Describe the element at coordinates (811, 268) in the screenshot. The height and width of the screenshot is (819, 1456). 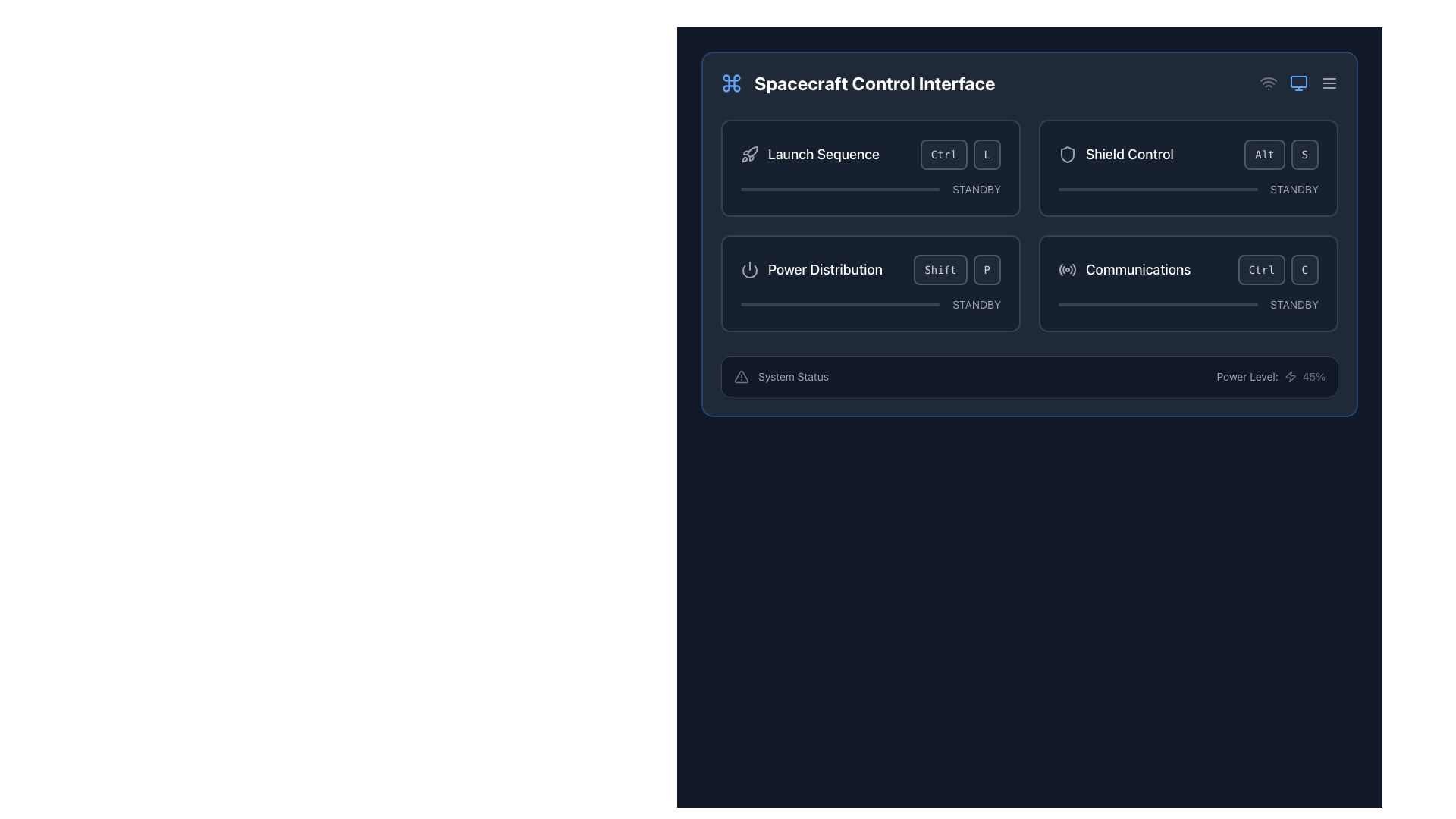
I see `the 'Power Distribution' text with icon in the 'Spacecraft Control Interface' panel` at that location.